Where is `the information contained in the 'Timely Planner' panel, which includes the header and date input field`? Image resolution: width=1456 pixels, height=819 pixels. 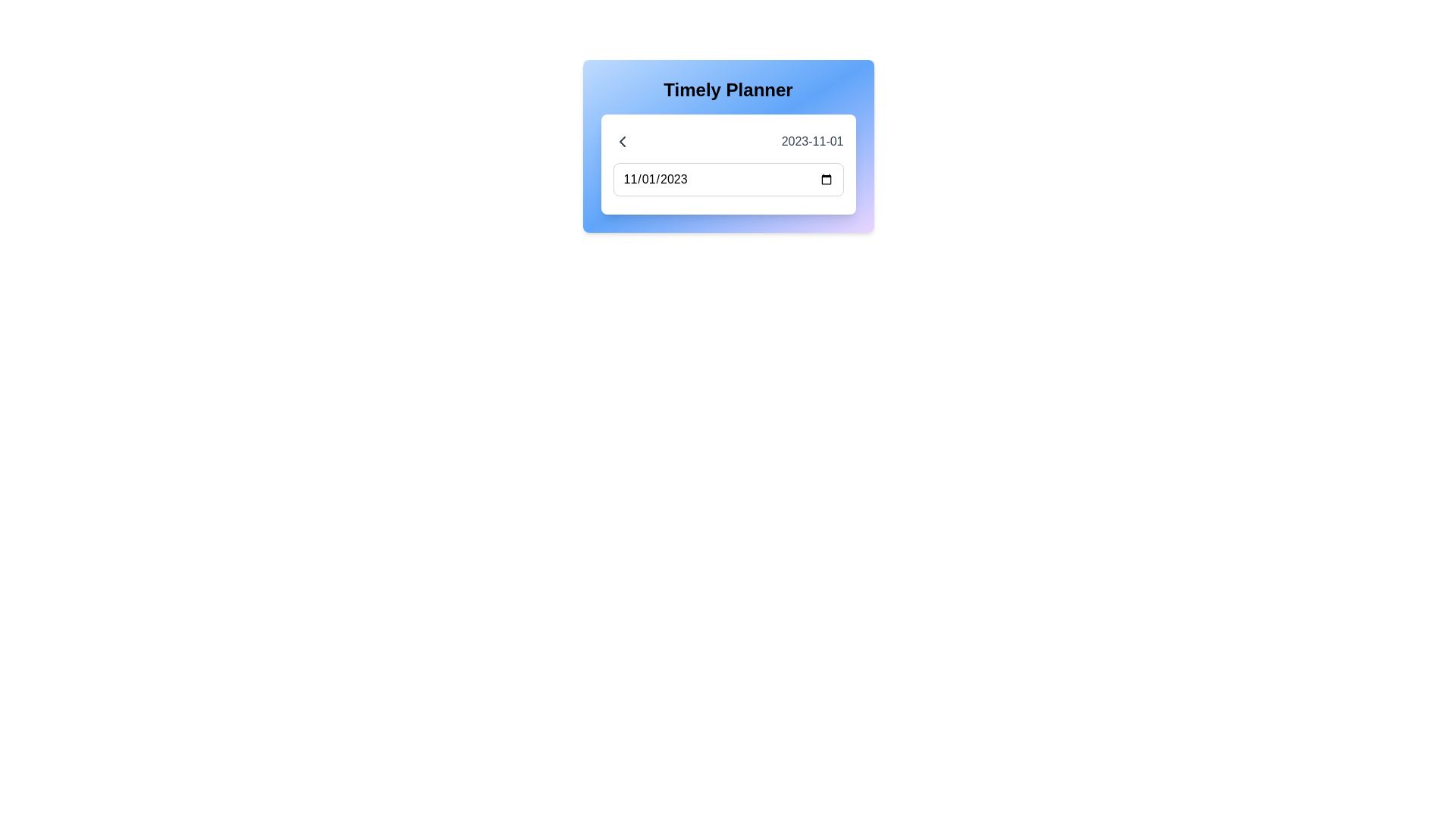 the information contained in the 'Timely Planner' panel, which includes the header and date input field is located at coordinates (728, 146).